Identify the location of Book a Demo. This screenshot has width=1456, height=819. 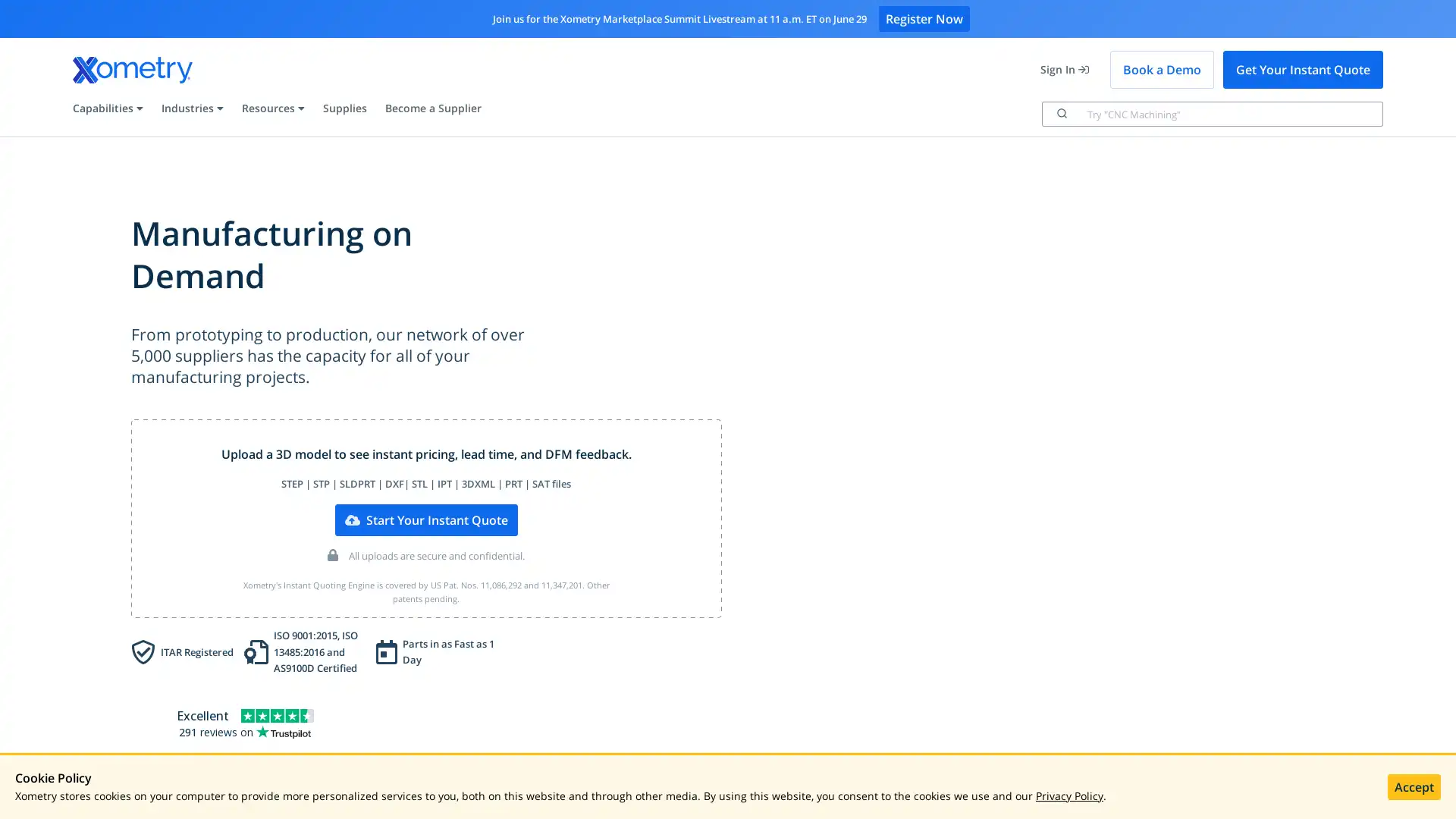
(1161, 70).